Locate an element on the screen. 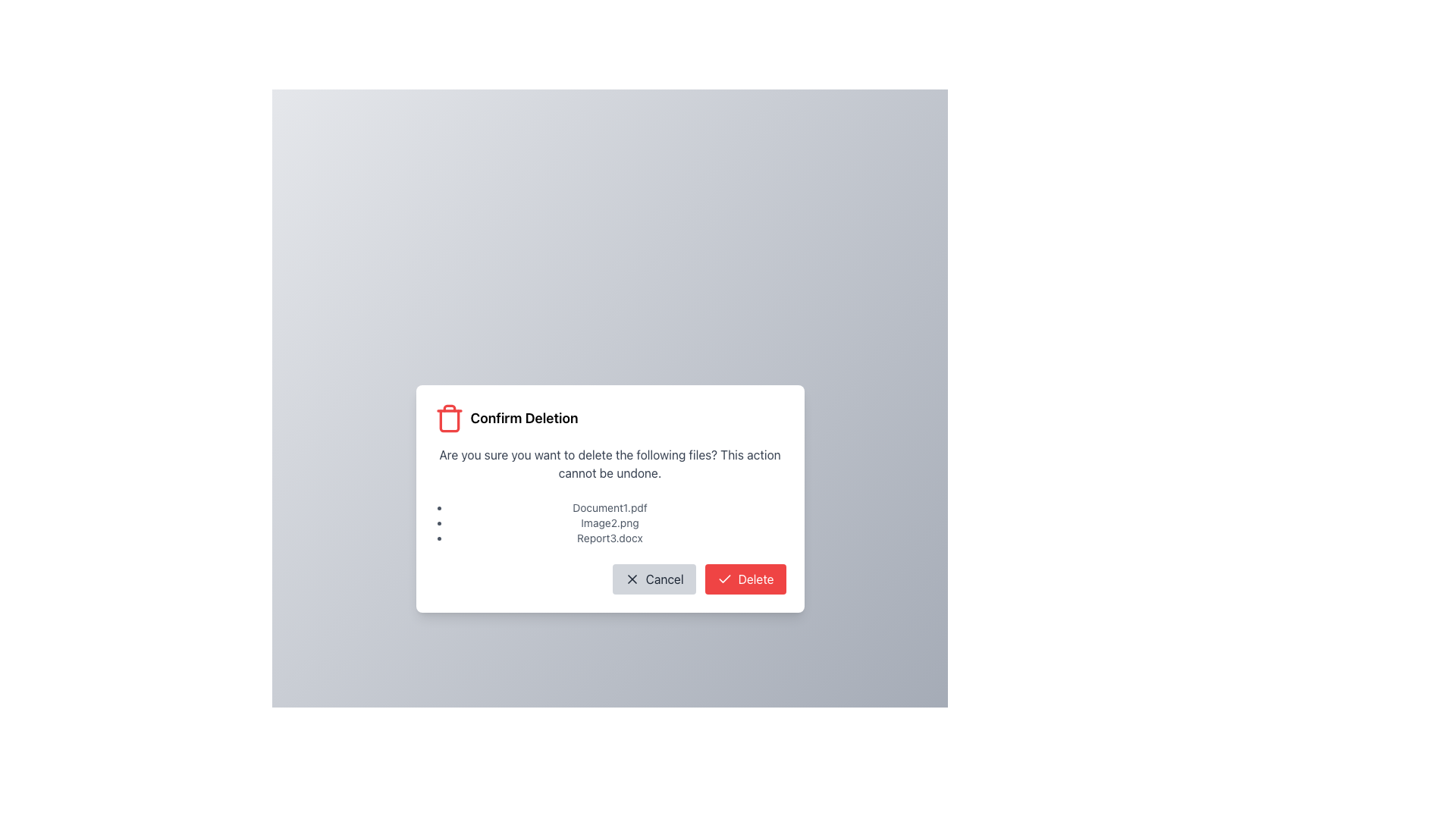 The height and width of the screenshot is (819, 1456). the close/cancel button represented by a thin black cross ('X') icon located at the bottom center of the modal dialog is located at coordinates (632, 579).